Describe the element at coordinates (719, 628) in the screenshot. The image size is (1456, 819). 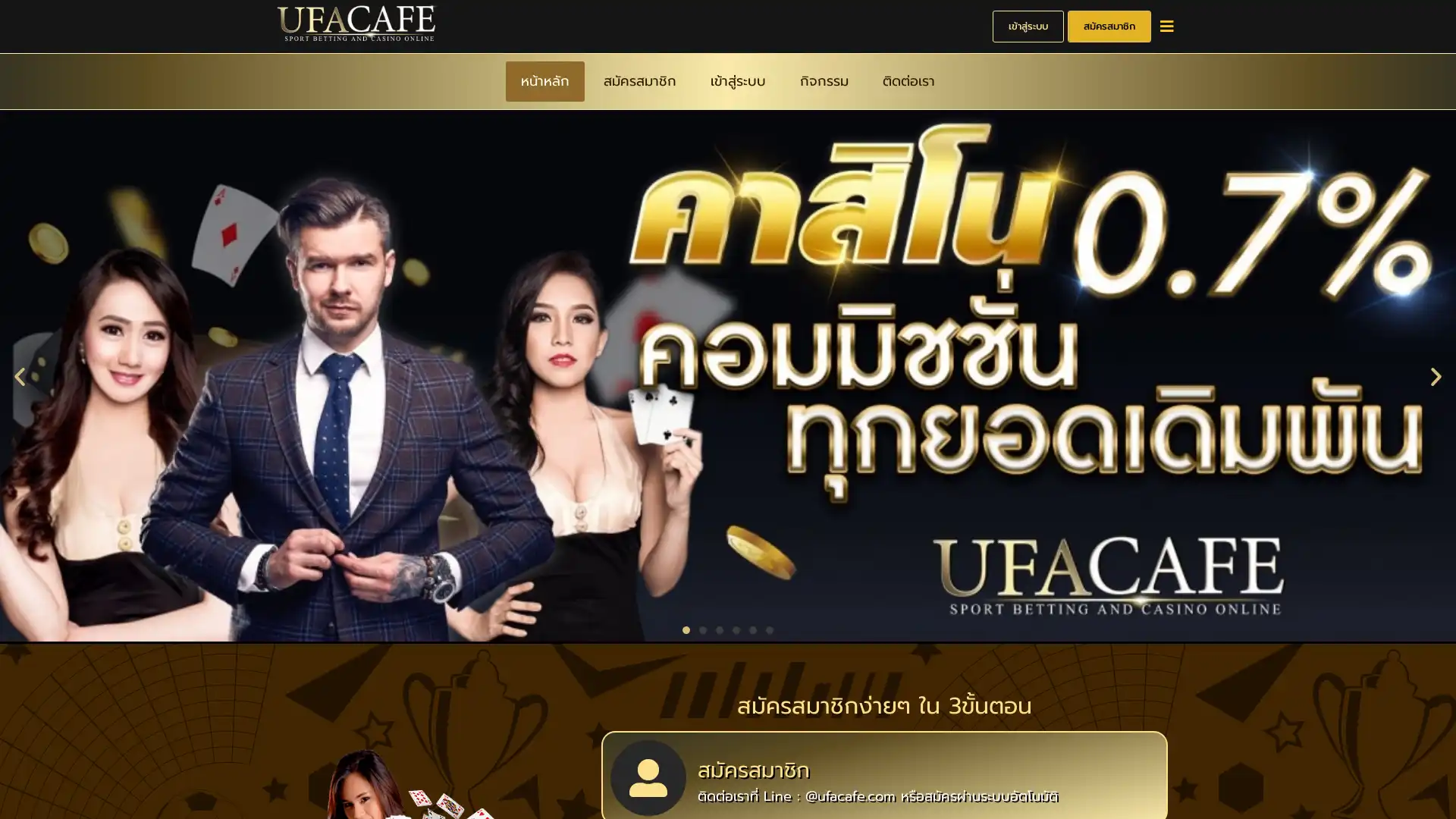
I see `Go to slide 3` at that location.